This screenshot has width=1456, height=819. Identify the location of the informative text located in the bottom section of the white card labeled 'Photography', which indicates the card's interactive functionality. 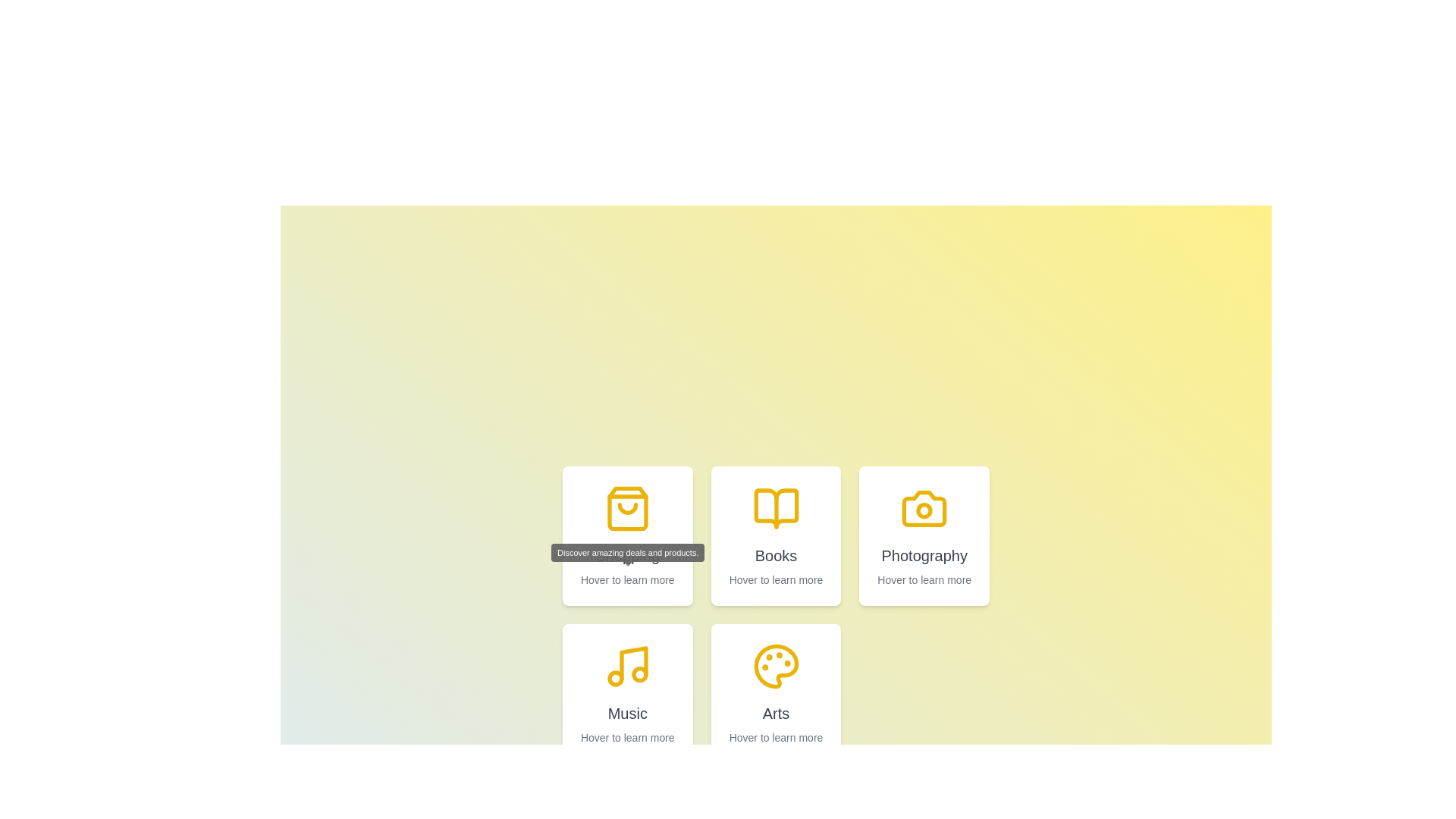
(924, 579).